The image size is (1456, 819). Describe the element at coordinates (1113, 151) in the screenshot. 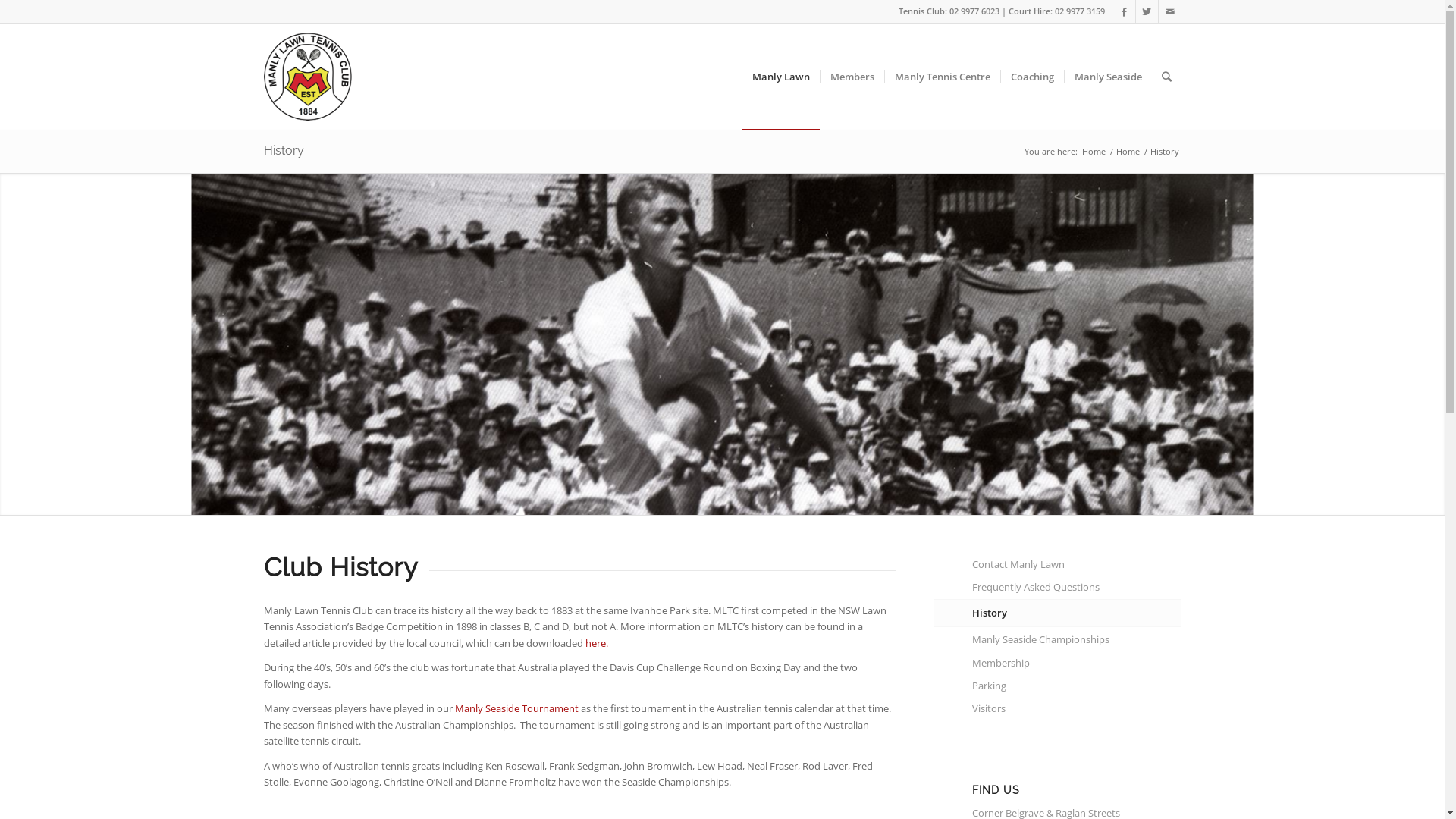

I see `'Home'` at that location.